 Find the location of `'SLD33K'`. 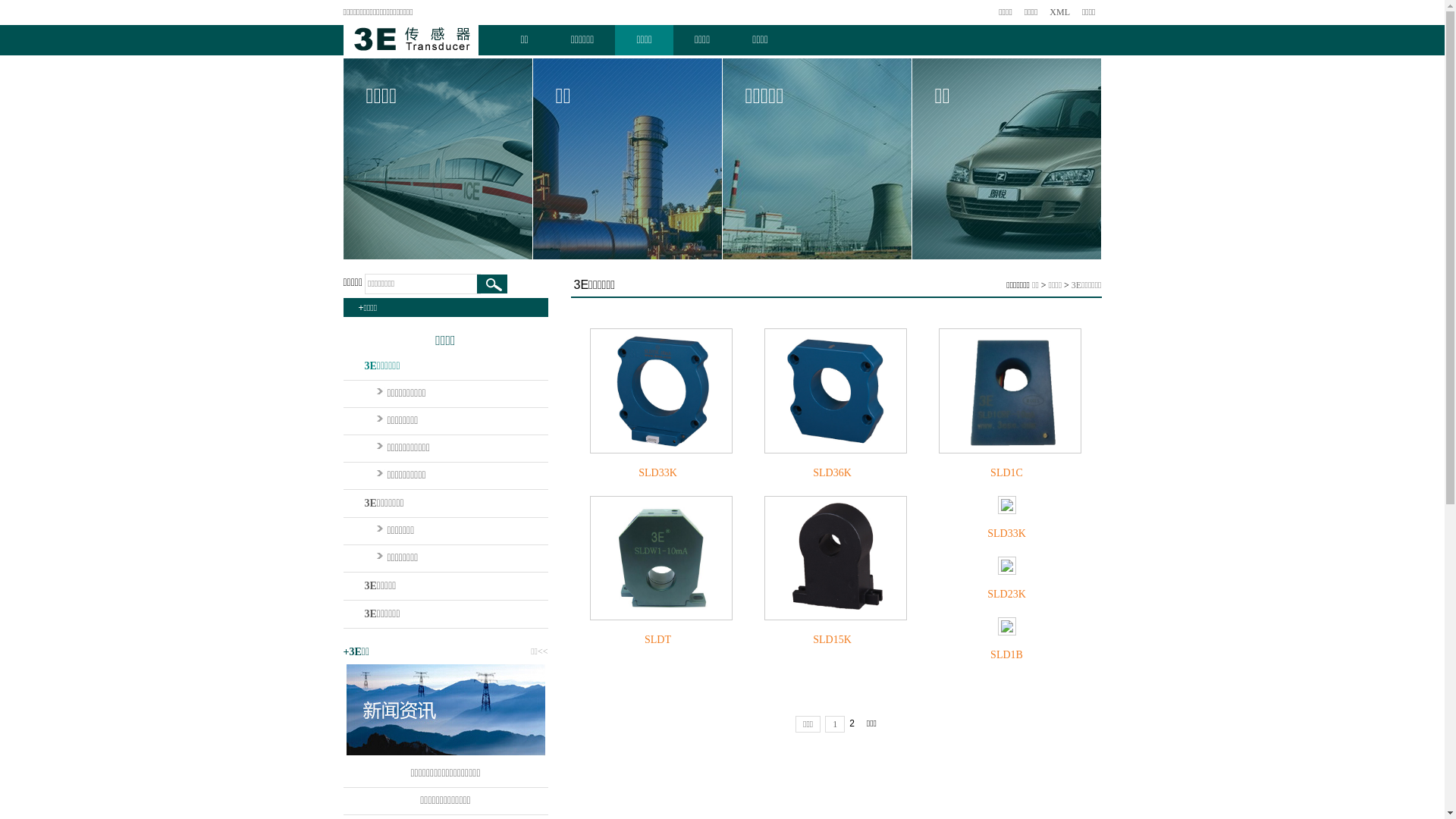

'SLD33K' is located at coordinates (1007, 507).